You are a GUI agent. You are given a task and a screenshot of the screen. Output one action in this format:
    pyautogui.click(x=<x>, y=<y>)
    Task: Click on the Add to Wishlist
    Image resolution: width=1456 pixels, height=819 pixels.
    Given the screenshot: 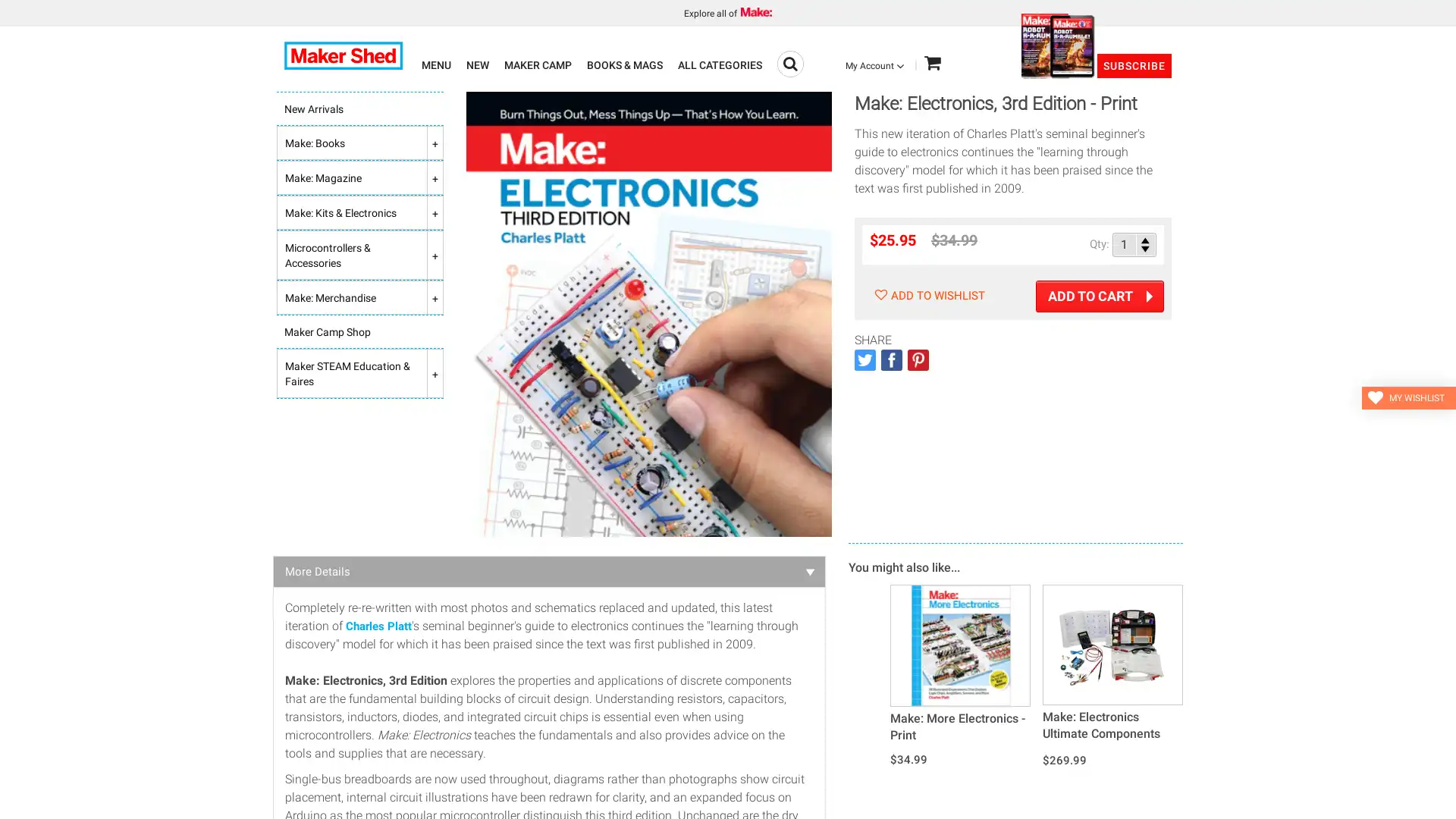 What is the action you would take?
    pyautogui.click(x=927, y=295)
    